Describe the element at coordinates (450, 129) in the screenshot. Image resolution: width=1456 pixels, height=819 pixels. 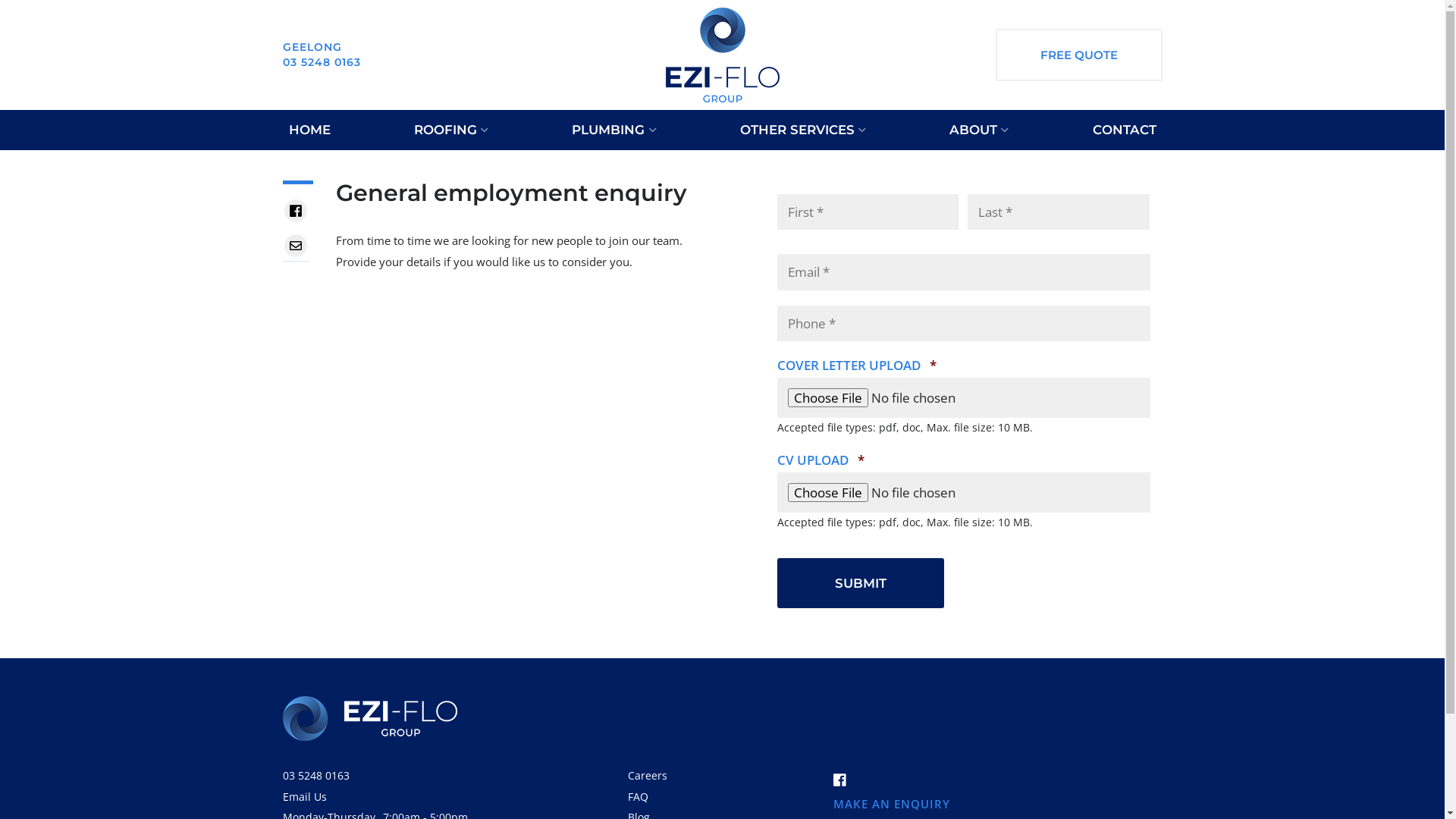
I see `'ROOFING'` at that location.